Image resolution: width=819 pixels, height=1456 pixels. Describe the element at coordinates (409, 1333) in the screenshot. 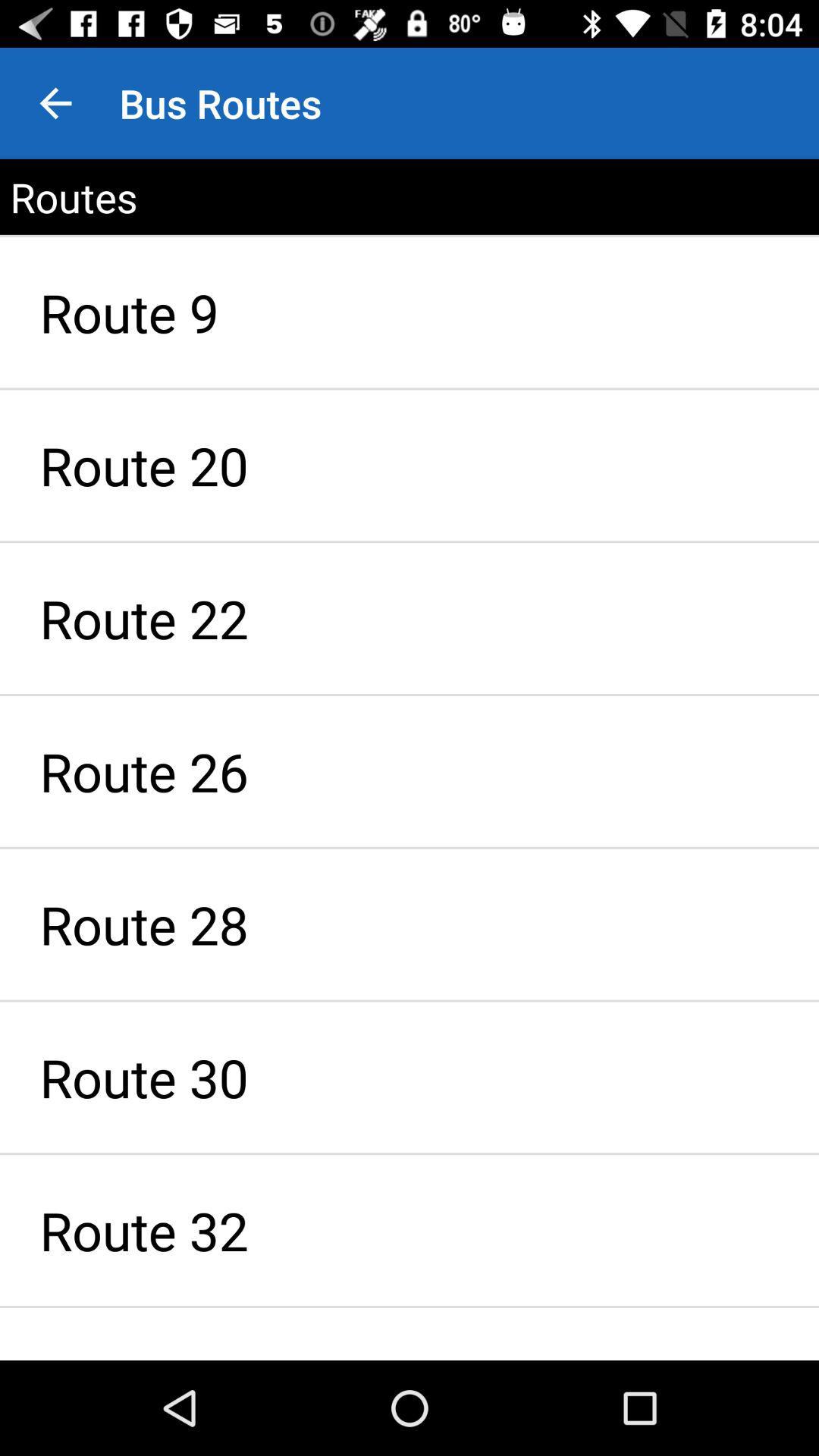

I see `item below the route 32 item` at that location.